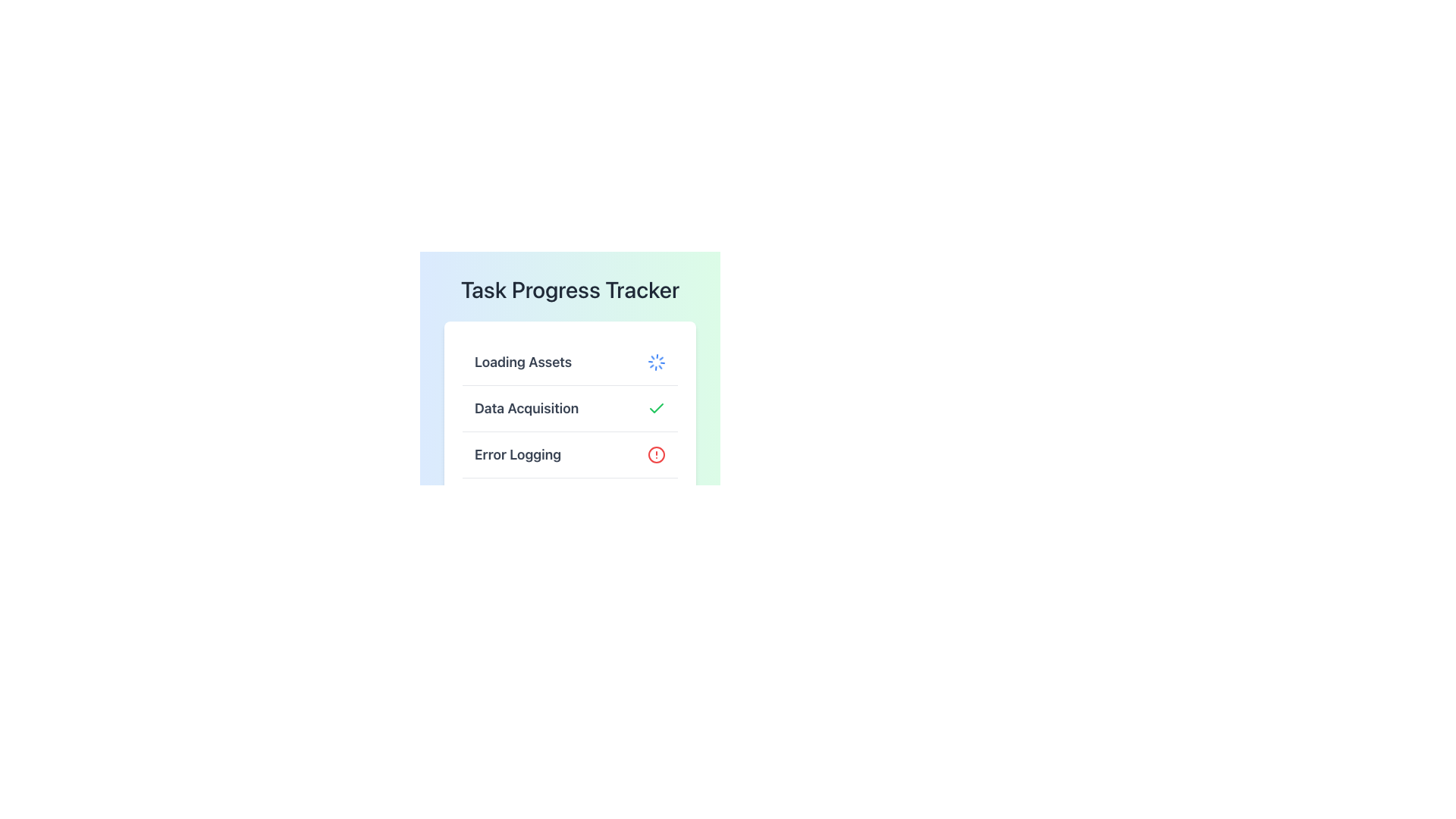 This screenshot has height=819, width=1456. What do you see at coordinates (526, 408) in the screenshot?
I see `the static text label reading 'Data Acquisition', which is styled in bold gray text and positioned in the second row of the vertical list within the 'Task Progress Tracker' section` at bounding box center [526, 408].